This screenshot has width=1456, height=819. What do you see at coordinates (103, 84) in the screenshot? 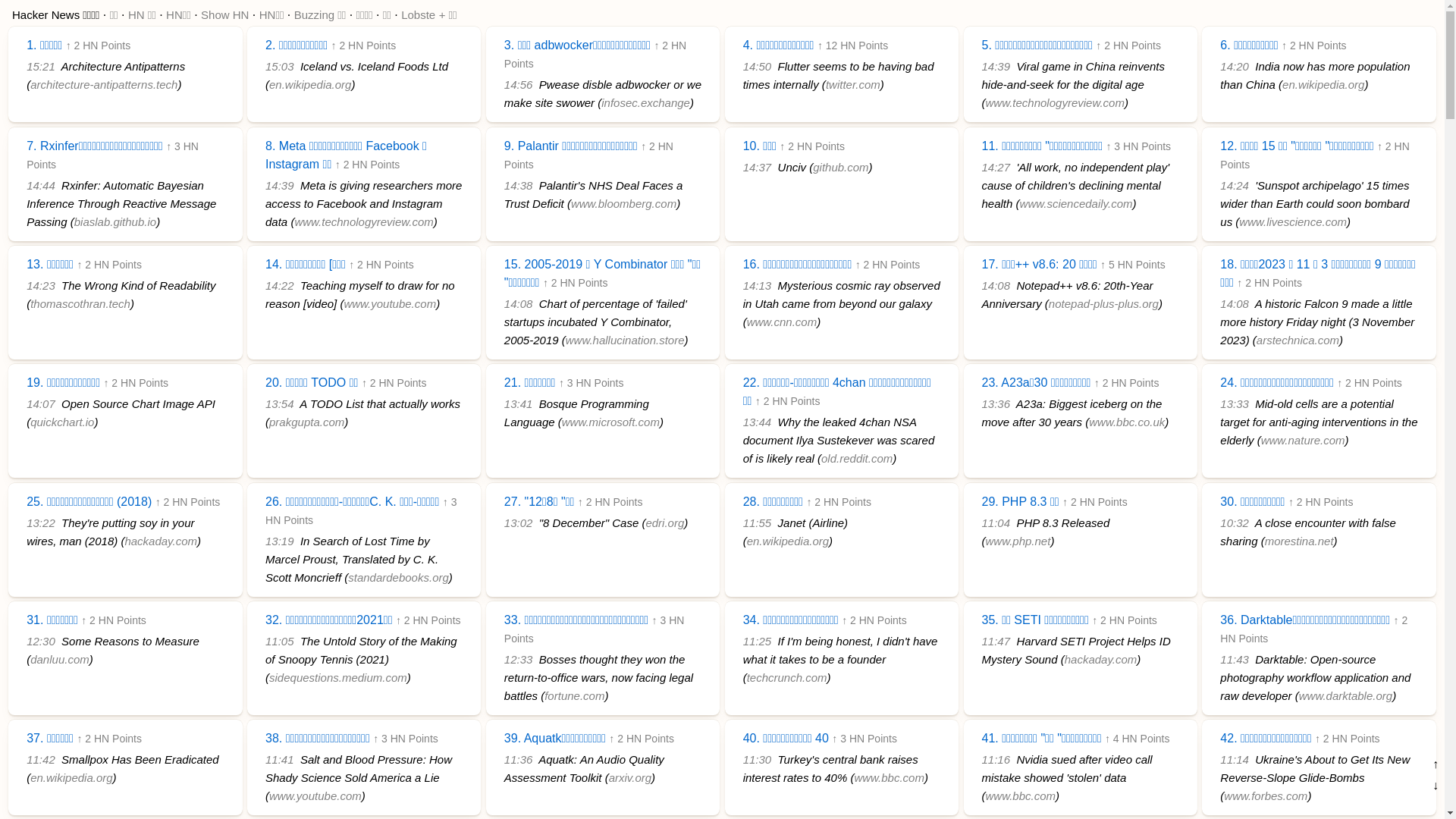
I see `'architecture-antipatterns.tech'` at bounding box center [103, 84].